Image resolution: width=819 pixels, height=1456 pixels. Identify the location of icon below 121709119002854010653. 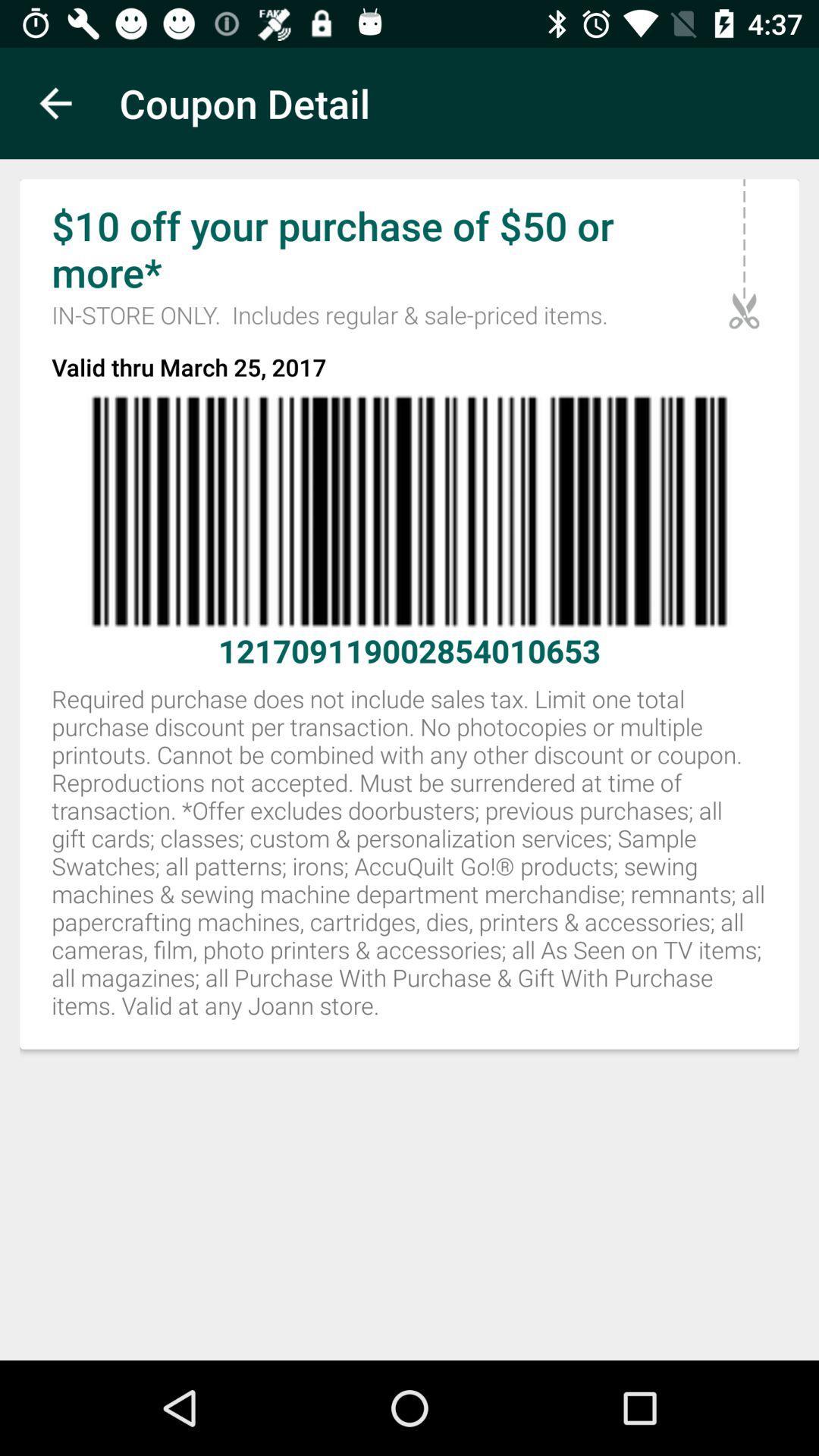
(409, 861).